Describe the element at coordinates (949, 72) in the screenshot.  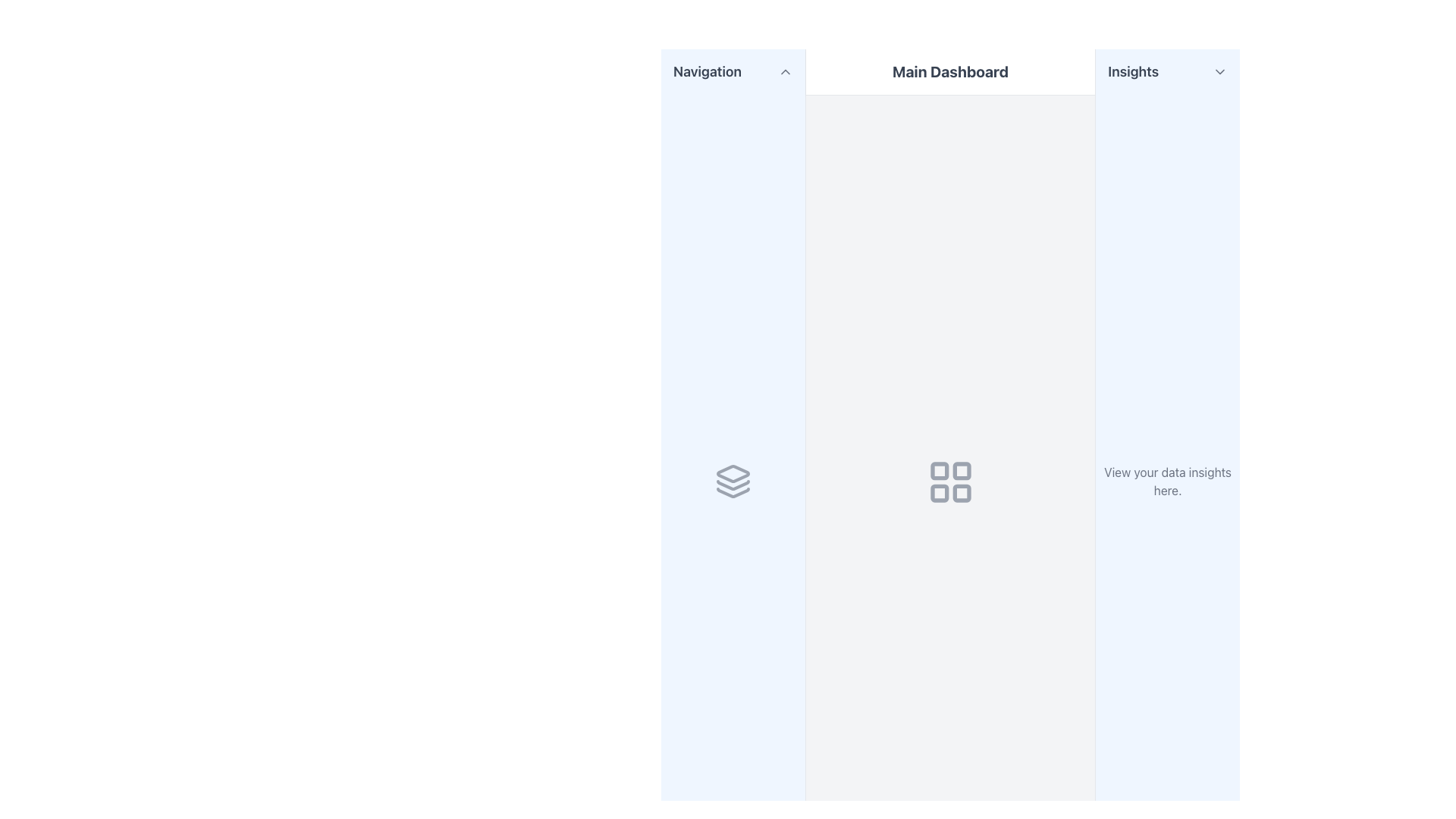
I see `the 'Main Dashboard' text label` at that location.